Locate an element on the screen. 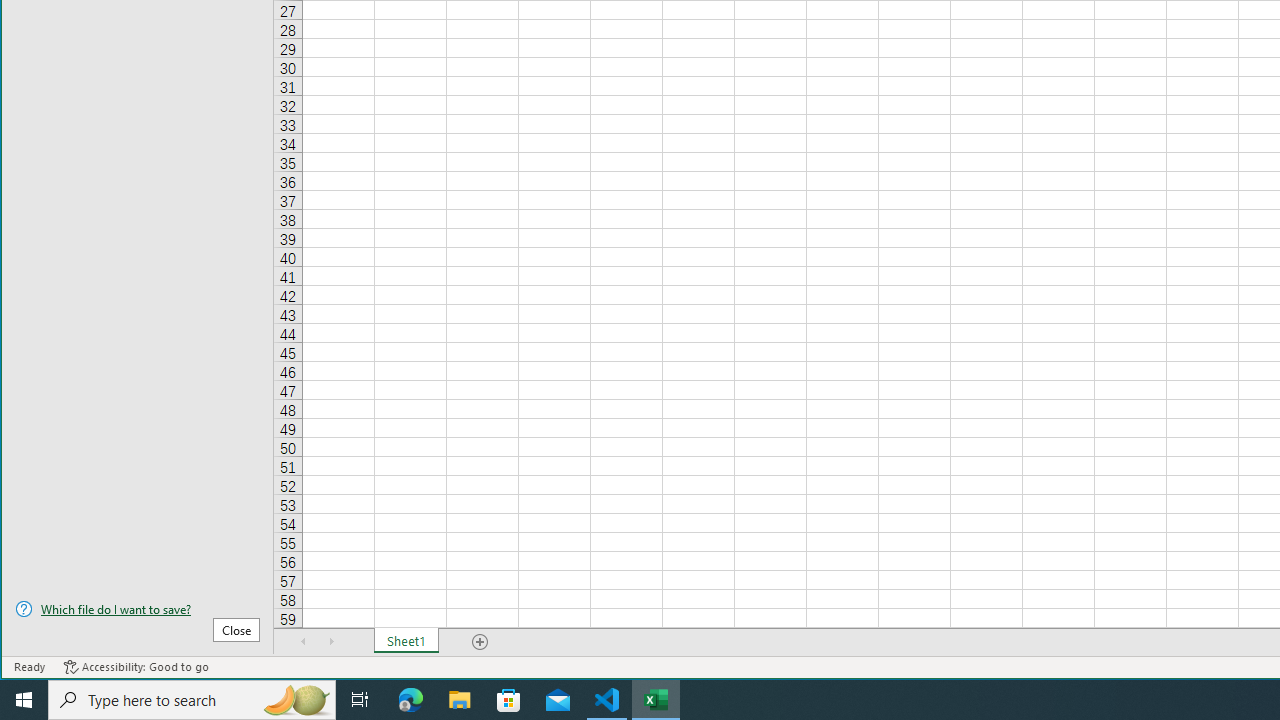 Image resolution: width=1280 pixels, height=720 pixels. 'Scroll Right' is located at coordinates (331, 641).